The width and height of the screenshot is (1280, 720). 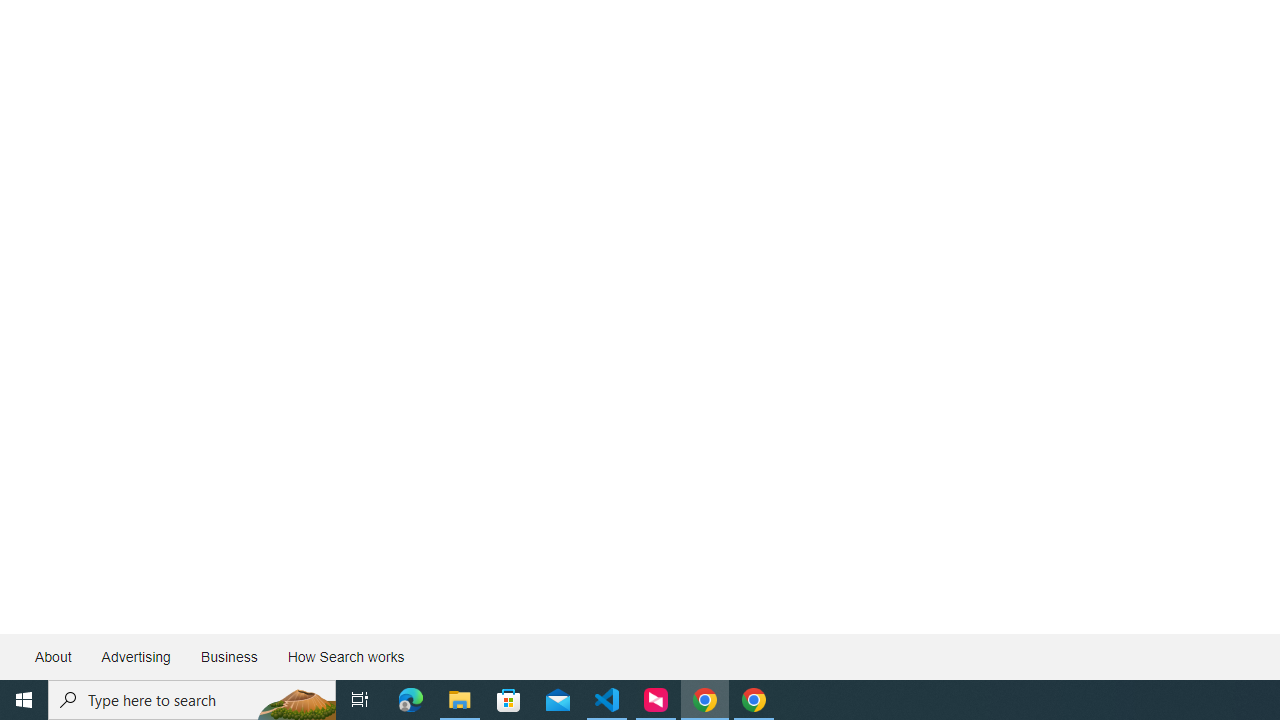 I want to click on 'About', so click(x=53, y=657).